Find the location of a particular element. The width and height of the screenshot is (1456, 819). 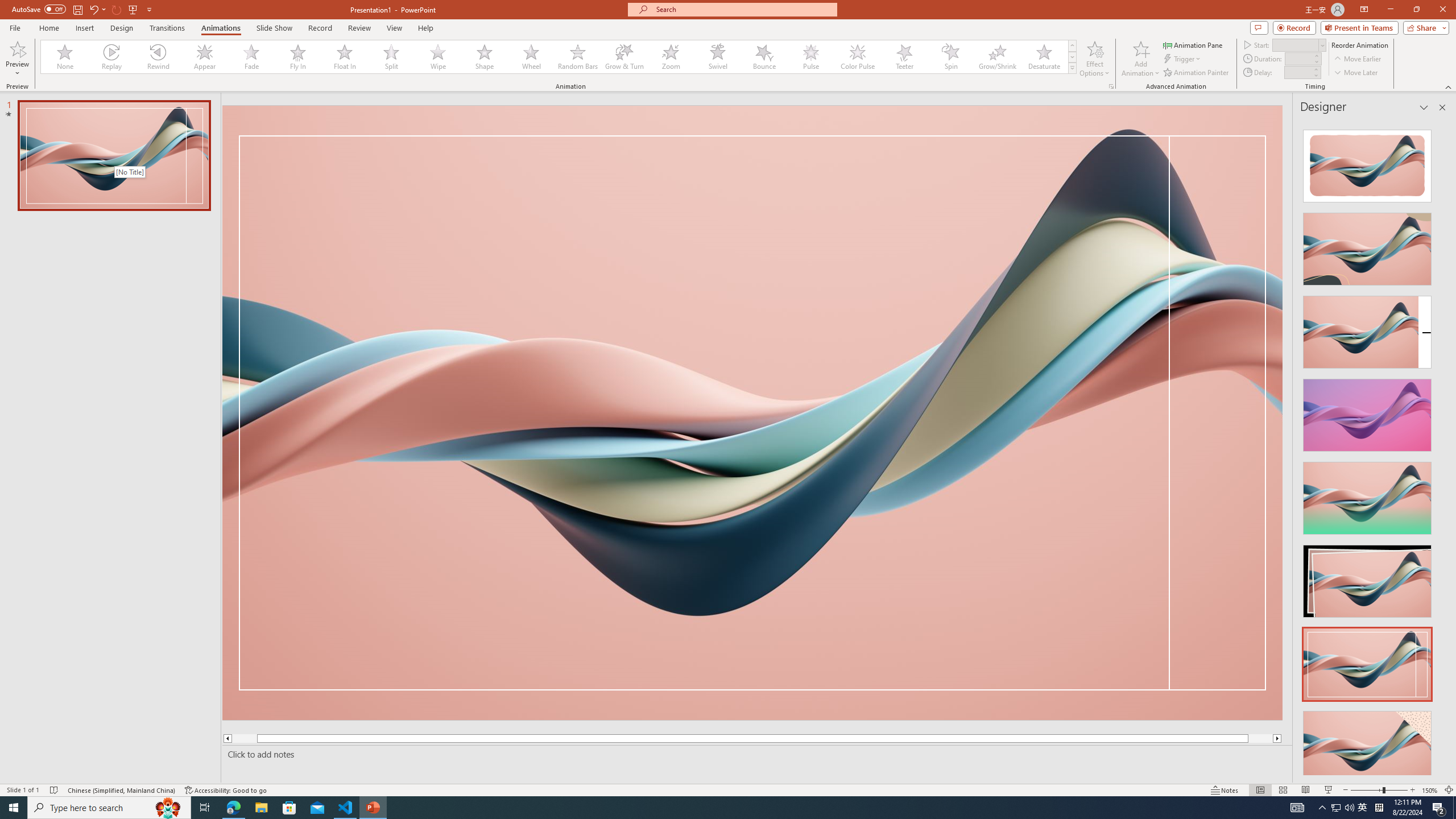

'Trigger' is located at coordinates (1182, 59).